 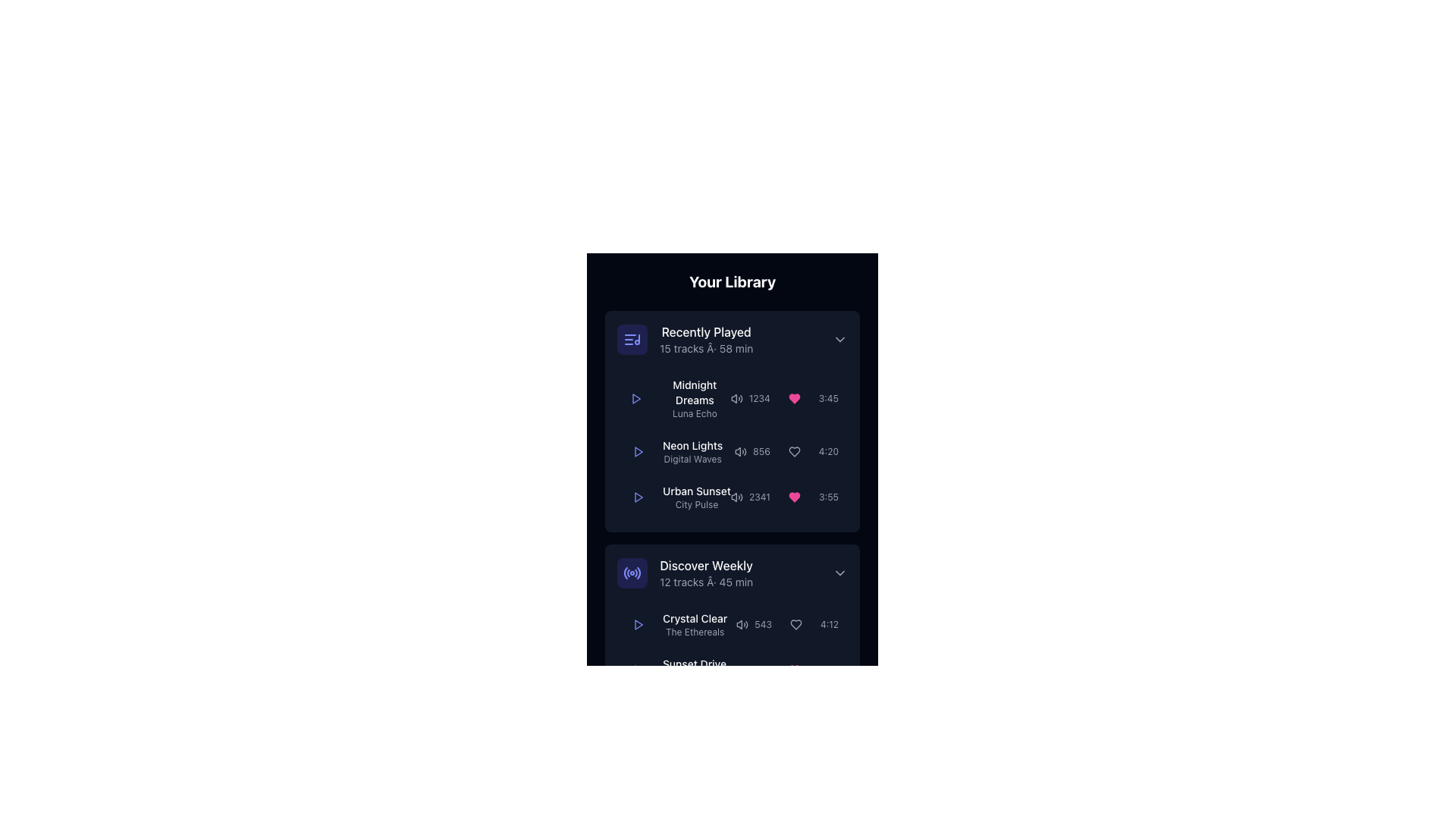 I want to click on the play symbol icon within the circular button in the 'Recently Played' section for the song 'Urban Sunset' by 'City Pulse' to activate hover effects, so click(x=638, y=497).